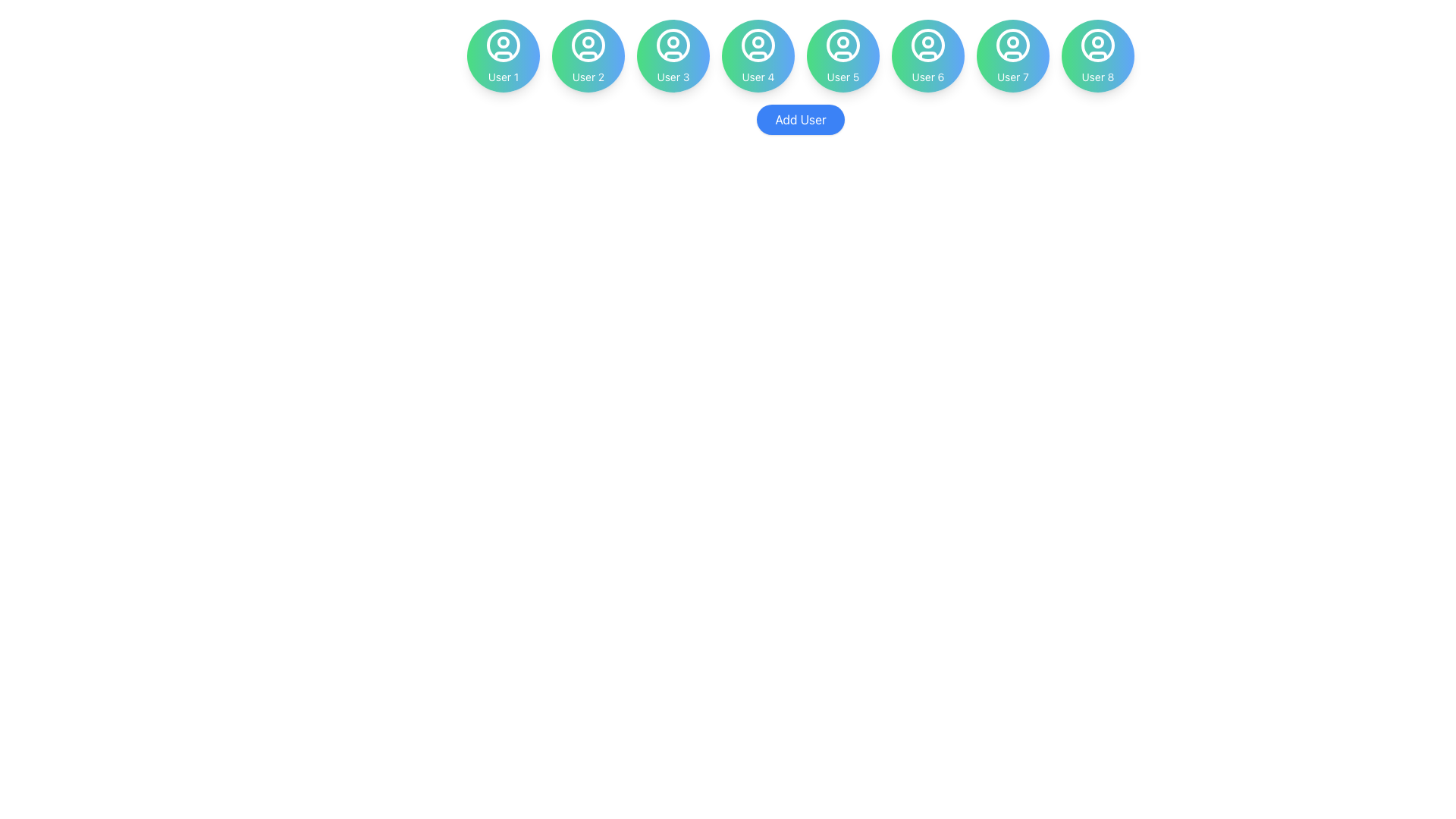  What do you see at coordinates (588, 45) in the screenshot?
I see `the circular user icon representing 'User 2', which has a white outline of a person on a gradient circle transitioning from green to blue` at bounding box center [588, 45].